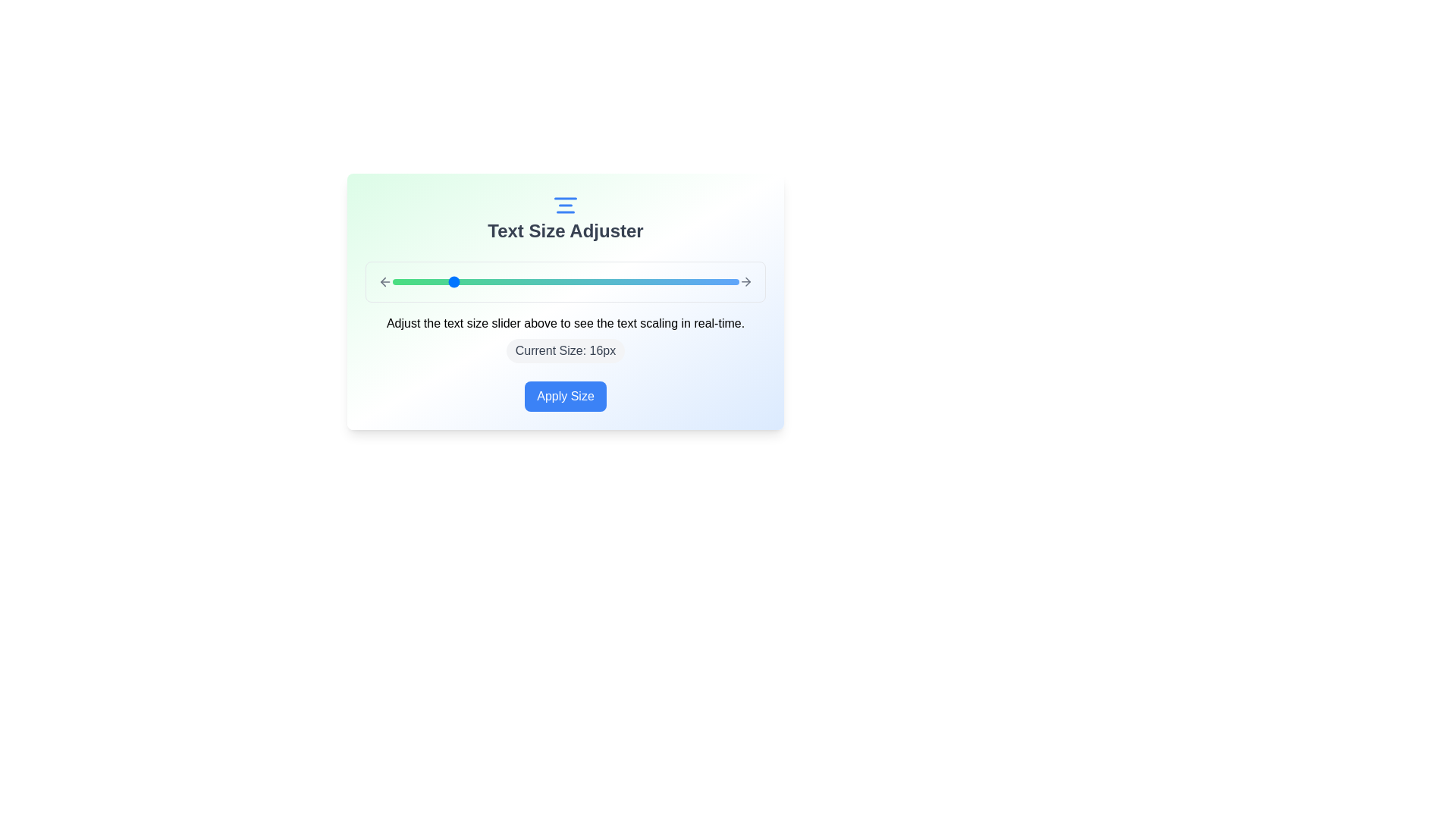 The height and width of the screenshot is (819, 1456). What do you see at coordinates (594, 281) in the screenshot?
I see `the text size slider to set the text size to 26px` at bounding box center [594, 281].